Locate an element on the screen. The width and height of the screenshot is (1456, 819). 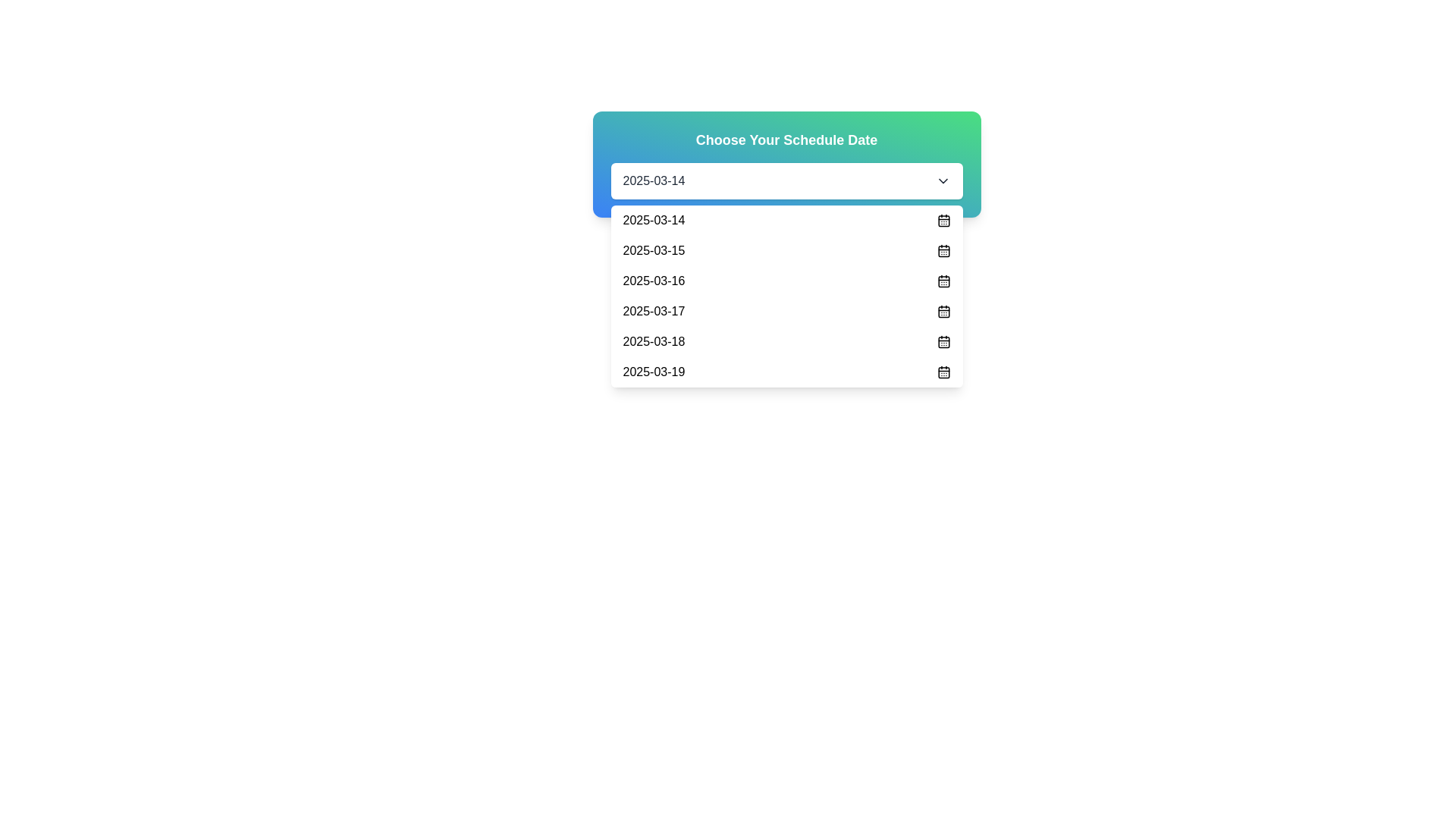
the static text label representing the date in the second position of the dropdown menu under 'Choose Your Schedule Date' is located at coordinates (654, 250).